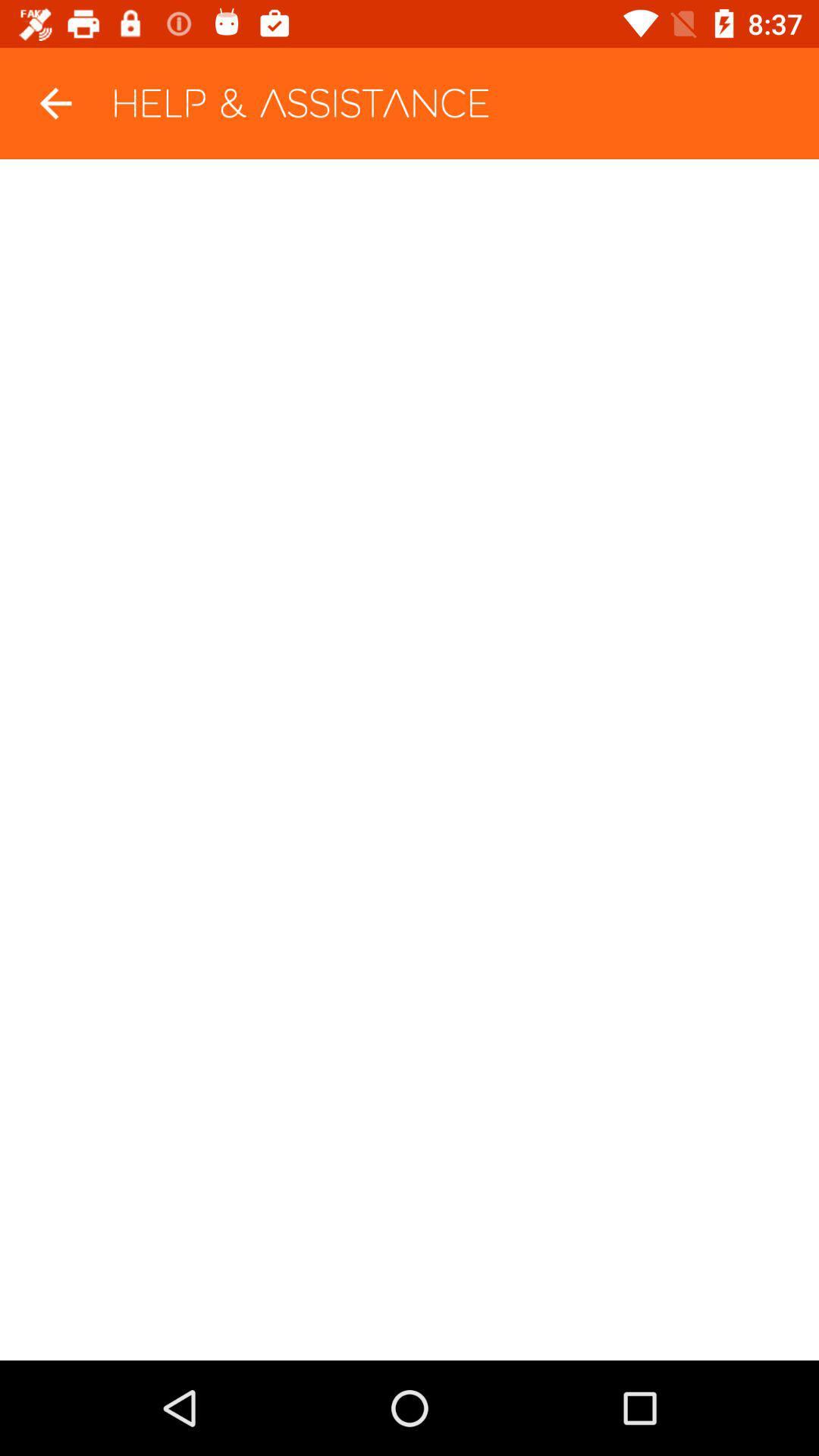 The image size is (819, 1456). I want to click on item to the left of the help & assistance, so click(55, 102).